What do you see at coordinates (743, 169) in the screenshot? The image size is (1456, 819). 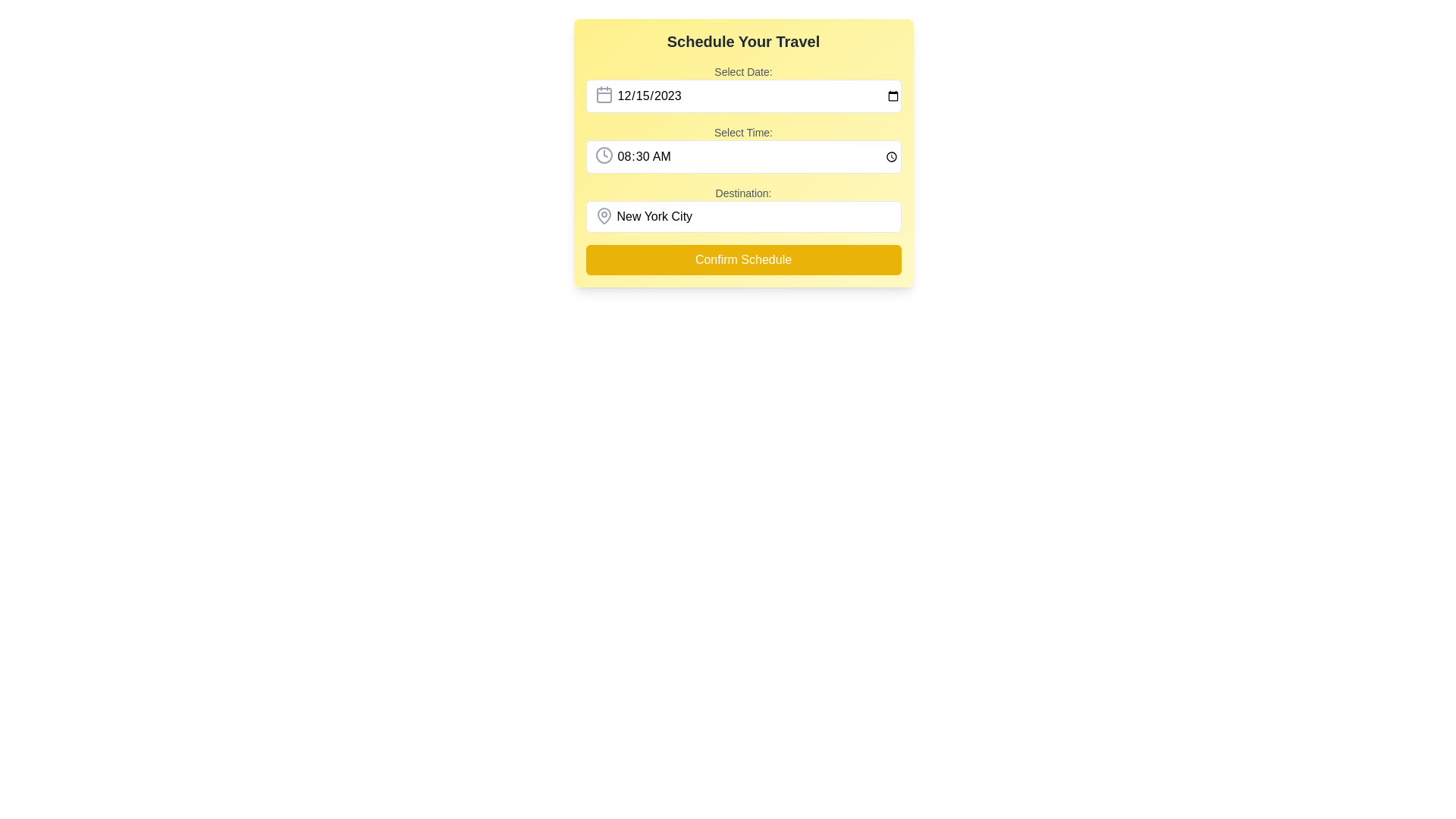 I see `the form section containing 'Select Date:', 'Select Time:', and 'Destination:' labels, which is centrally located in the card interface` at bounding box center [743, 169].